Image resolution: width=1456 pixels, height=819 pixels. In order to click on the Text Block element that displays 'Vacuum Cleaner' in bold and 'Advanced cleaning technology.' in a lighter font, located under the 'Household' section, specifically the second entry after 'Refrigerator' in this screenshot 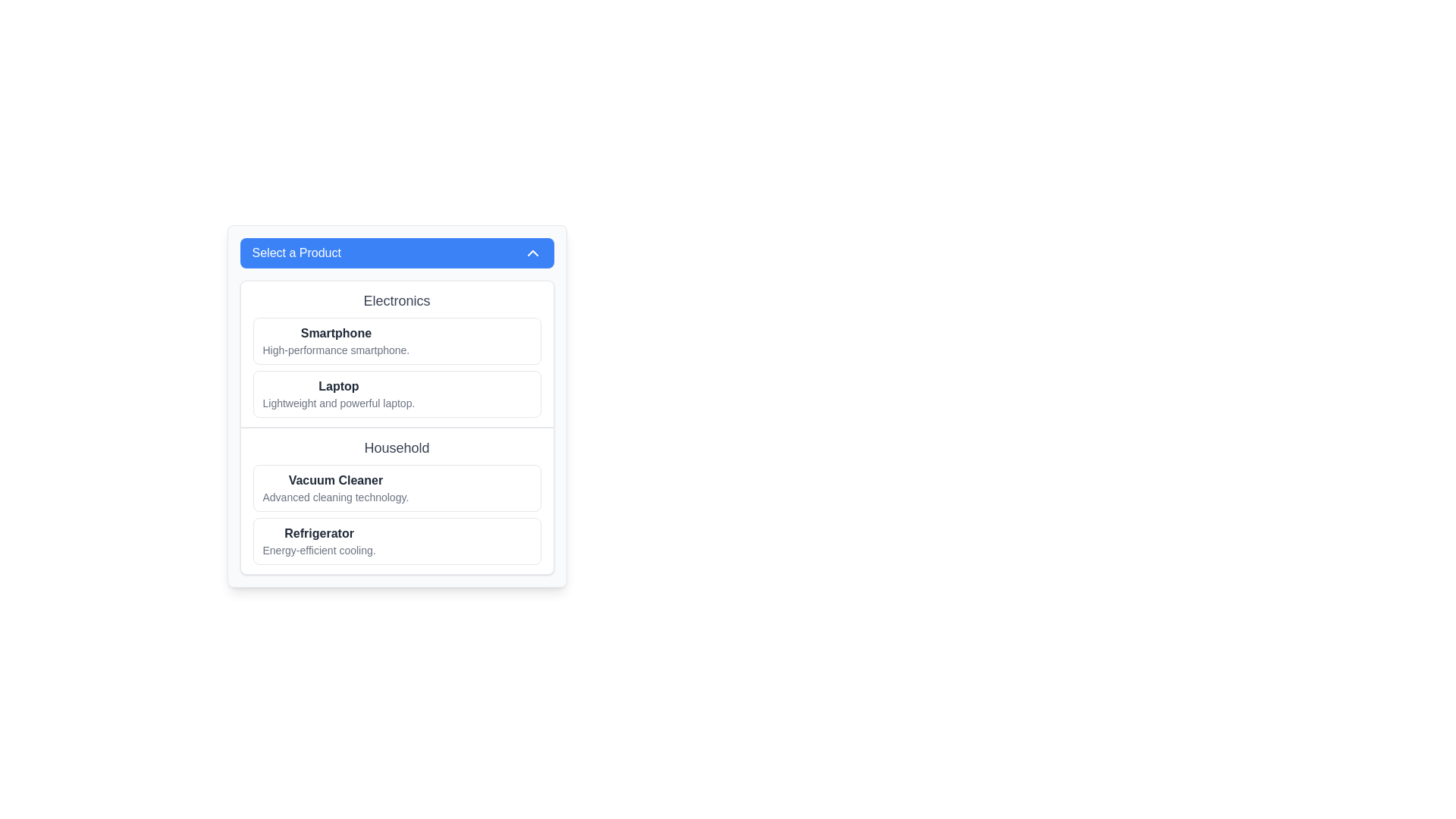, I will do `click(334, 488)`.